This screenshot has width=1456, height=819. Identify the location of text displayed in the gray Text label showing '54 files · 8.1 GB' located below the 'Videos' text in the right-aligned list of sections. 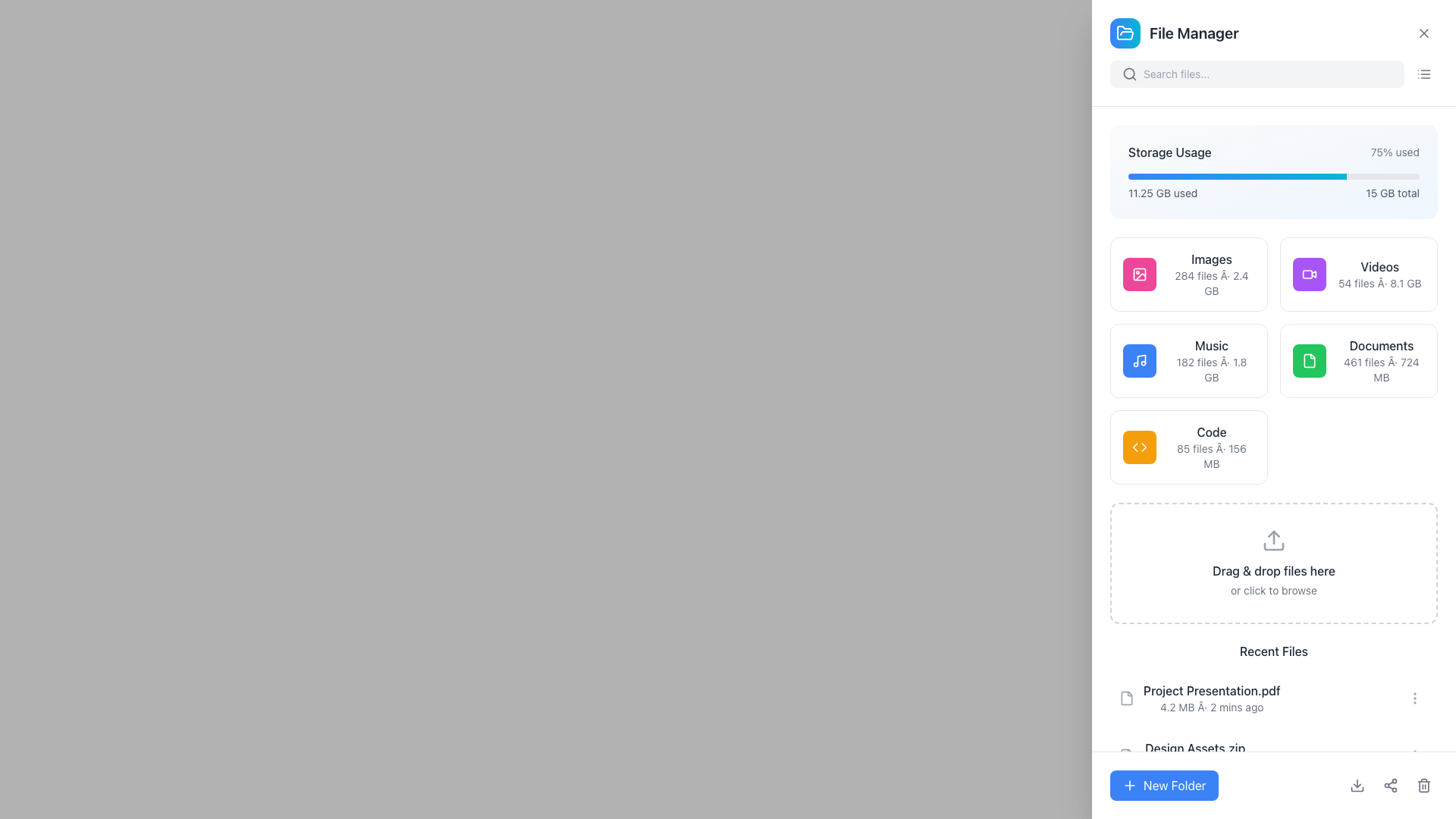
(1379, 284).